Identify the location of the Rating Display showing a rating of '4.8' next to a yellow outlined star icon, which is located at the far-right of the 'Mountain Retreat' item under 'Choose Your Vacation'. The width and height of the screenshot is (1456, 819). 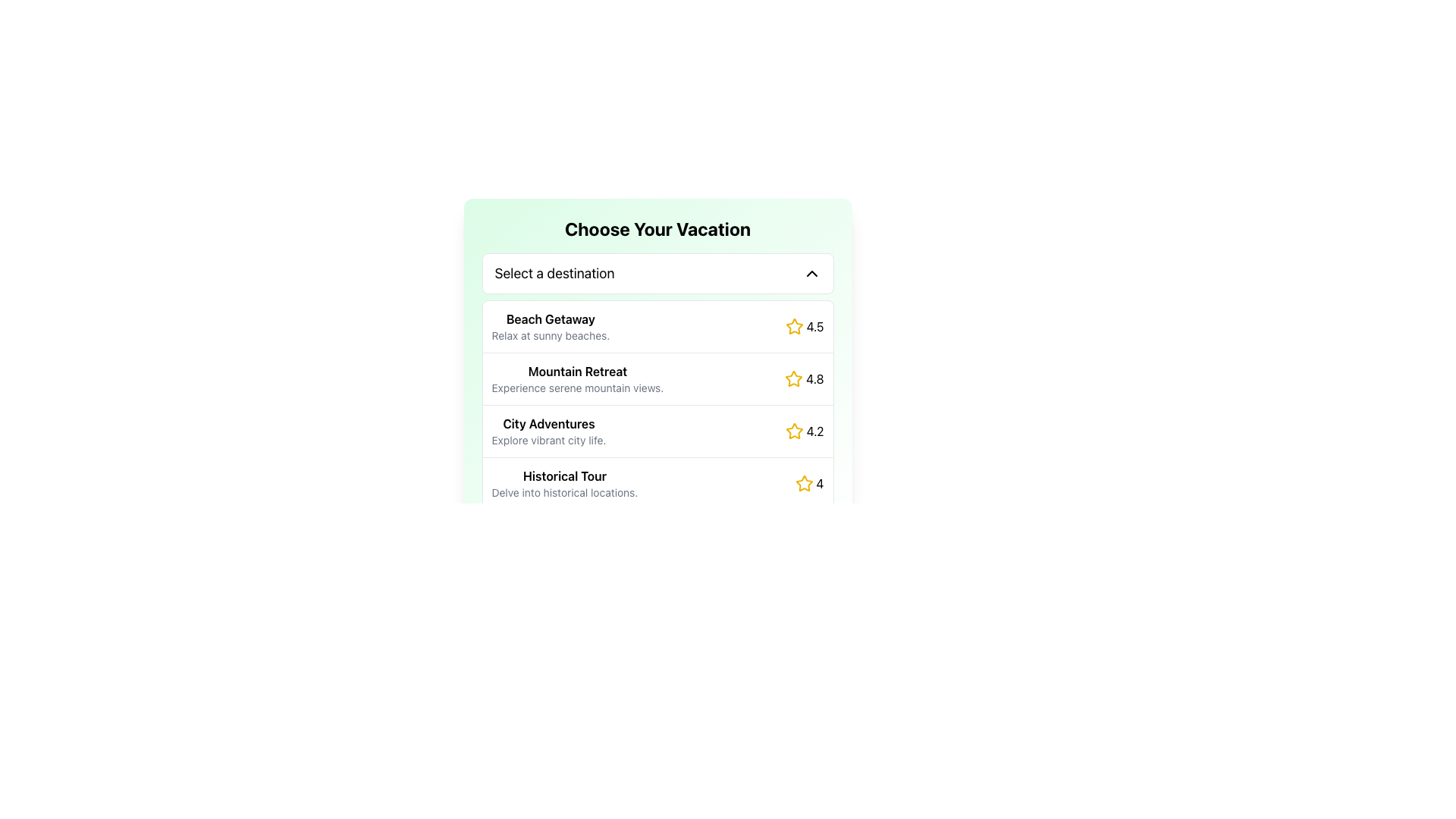
(803, 378).